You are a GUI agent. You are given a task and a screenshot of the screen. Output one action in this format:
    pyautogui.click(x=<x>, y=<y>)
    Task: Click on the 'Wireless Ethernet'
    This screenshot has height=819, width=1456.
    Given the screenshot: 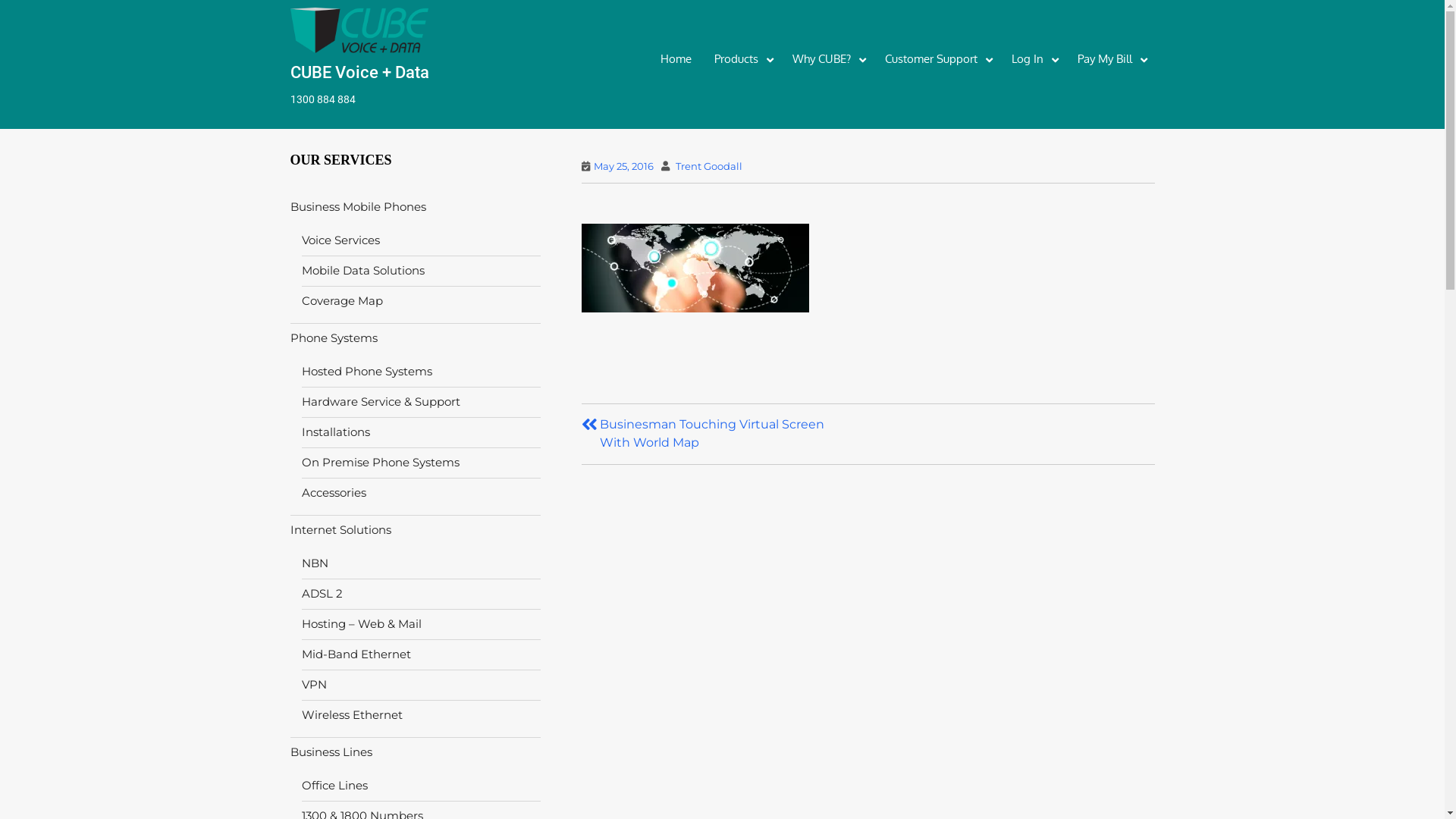 What is the action you would take?
    pyautogui.click(x=302, y=714)
    